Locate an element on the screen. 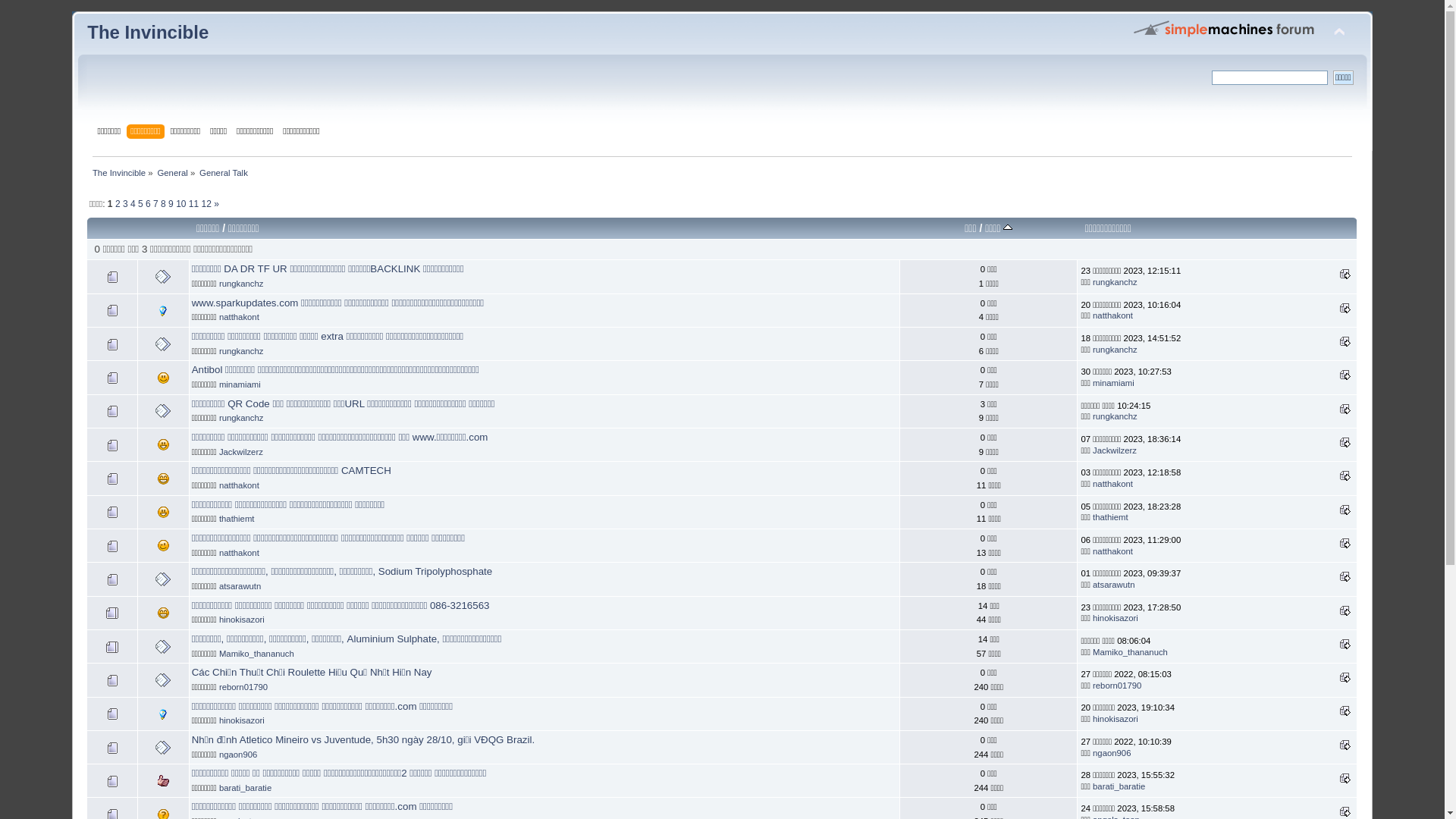  'rungkanchz' is located at coordinates (240, 418).